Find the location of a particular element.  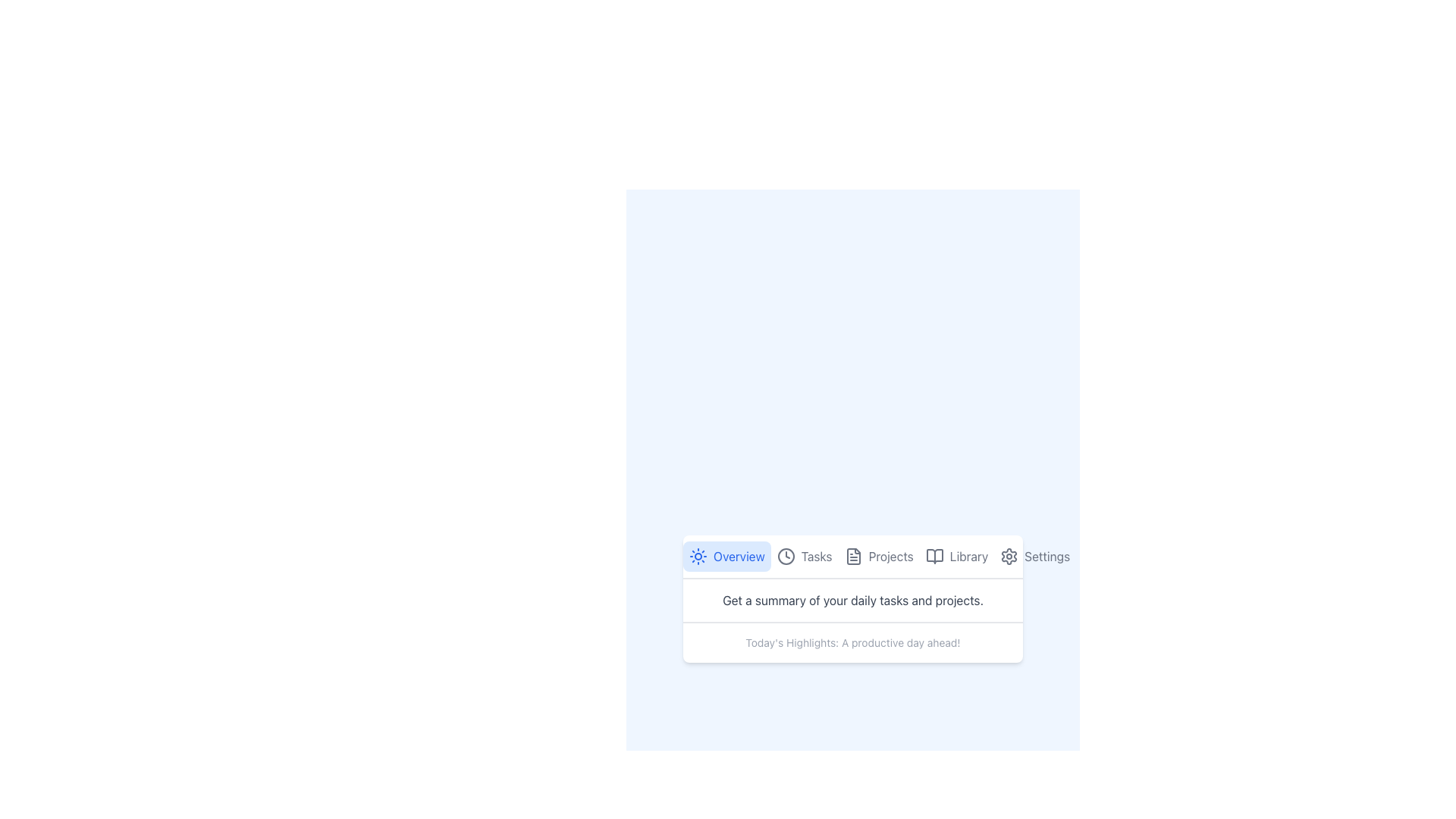

the 'Library' text label in the navigation menu is located at coordinates (968, 556).